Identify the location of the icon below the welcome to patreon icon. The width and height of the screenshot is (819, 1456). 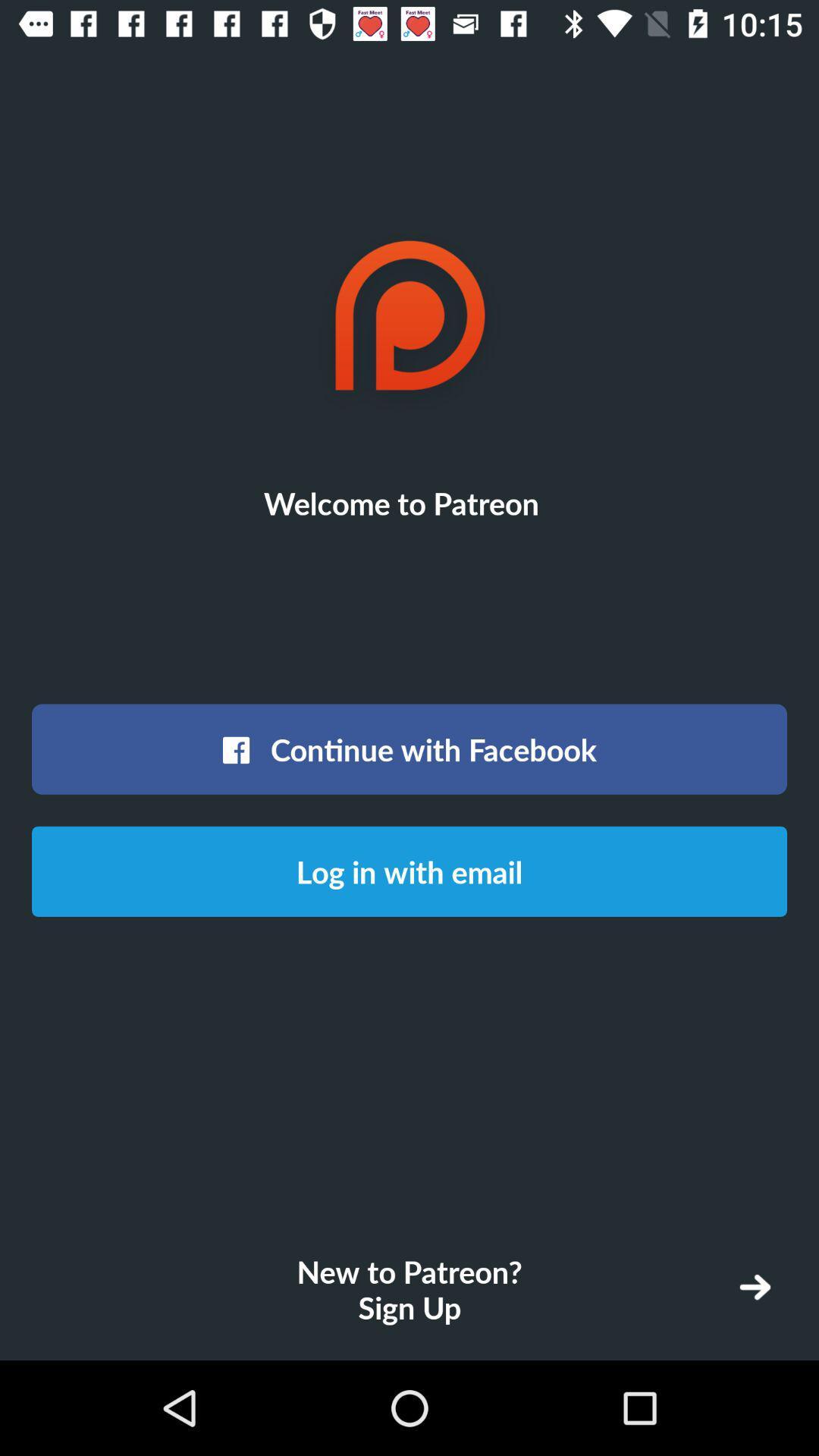
(409, 749).